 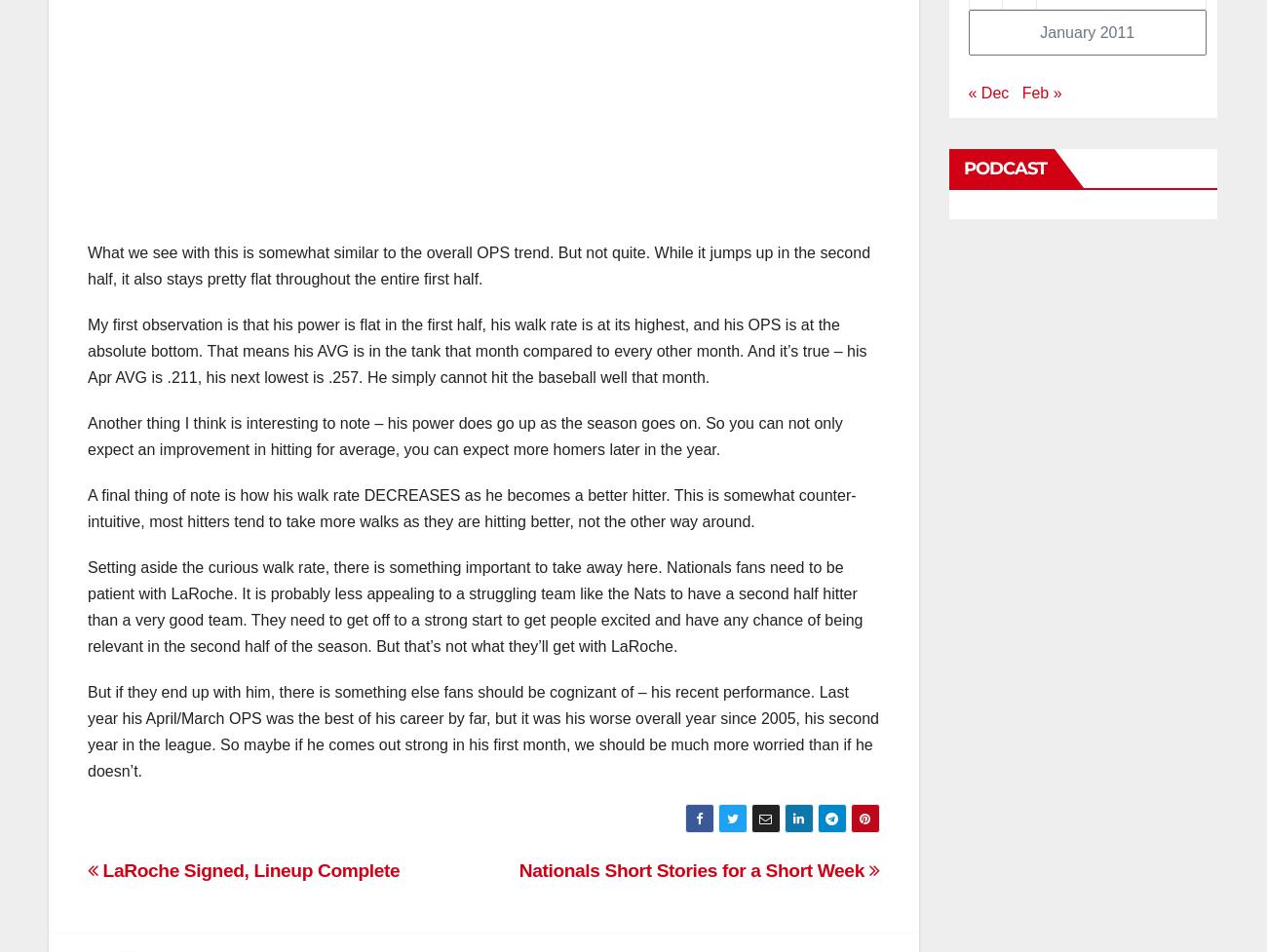 I want to click on 'LaRoche Signed, Lineup Complete', so click(x=248, y=869).